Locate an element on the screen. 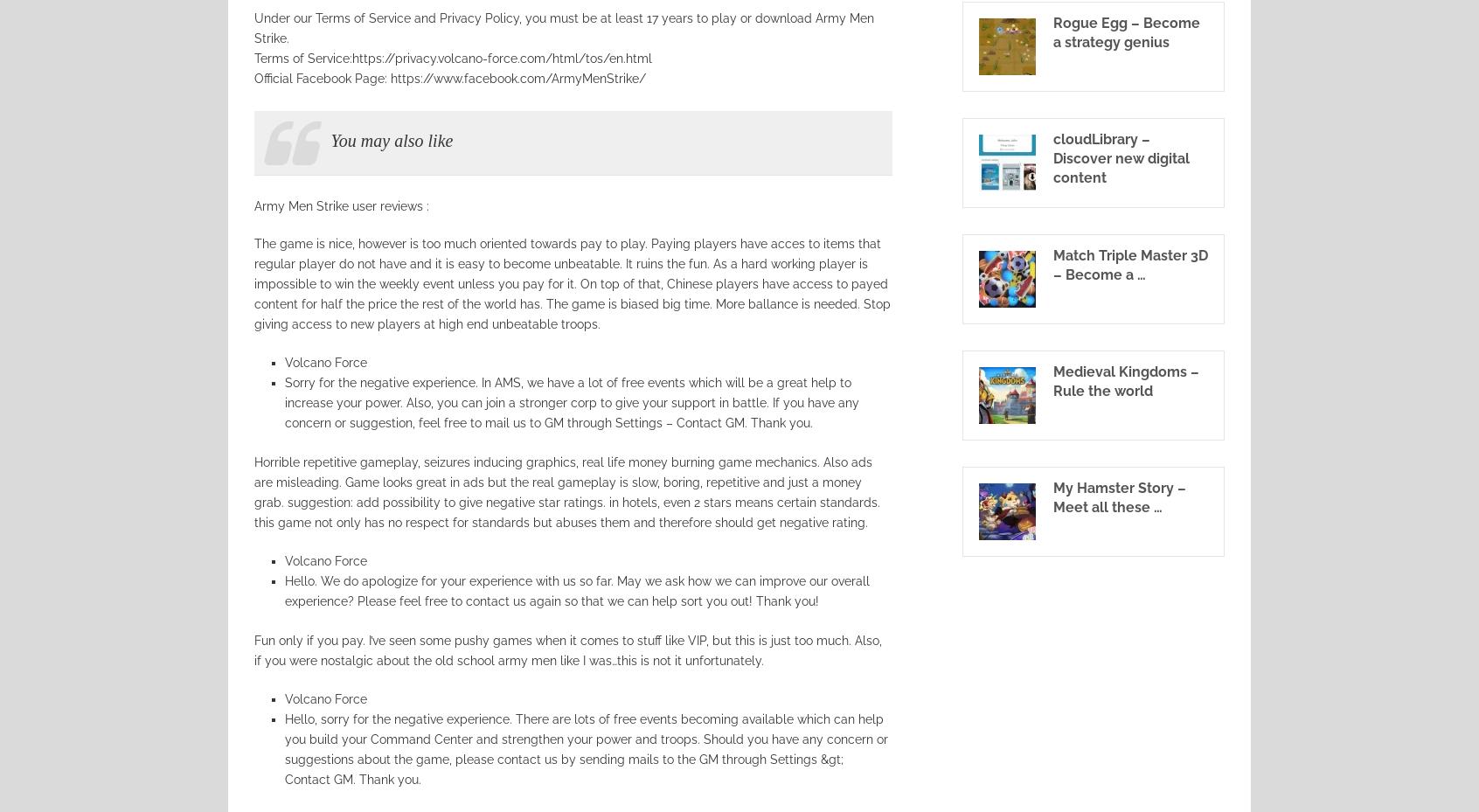 The image size is (1479, 812). 'Army Men Strike user reviews :' is located at coordinates (342, 205).